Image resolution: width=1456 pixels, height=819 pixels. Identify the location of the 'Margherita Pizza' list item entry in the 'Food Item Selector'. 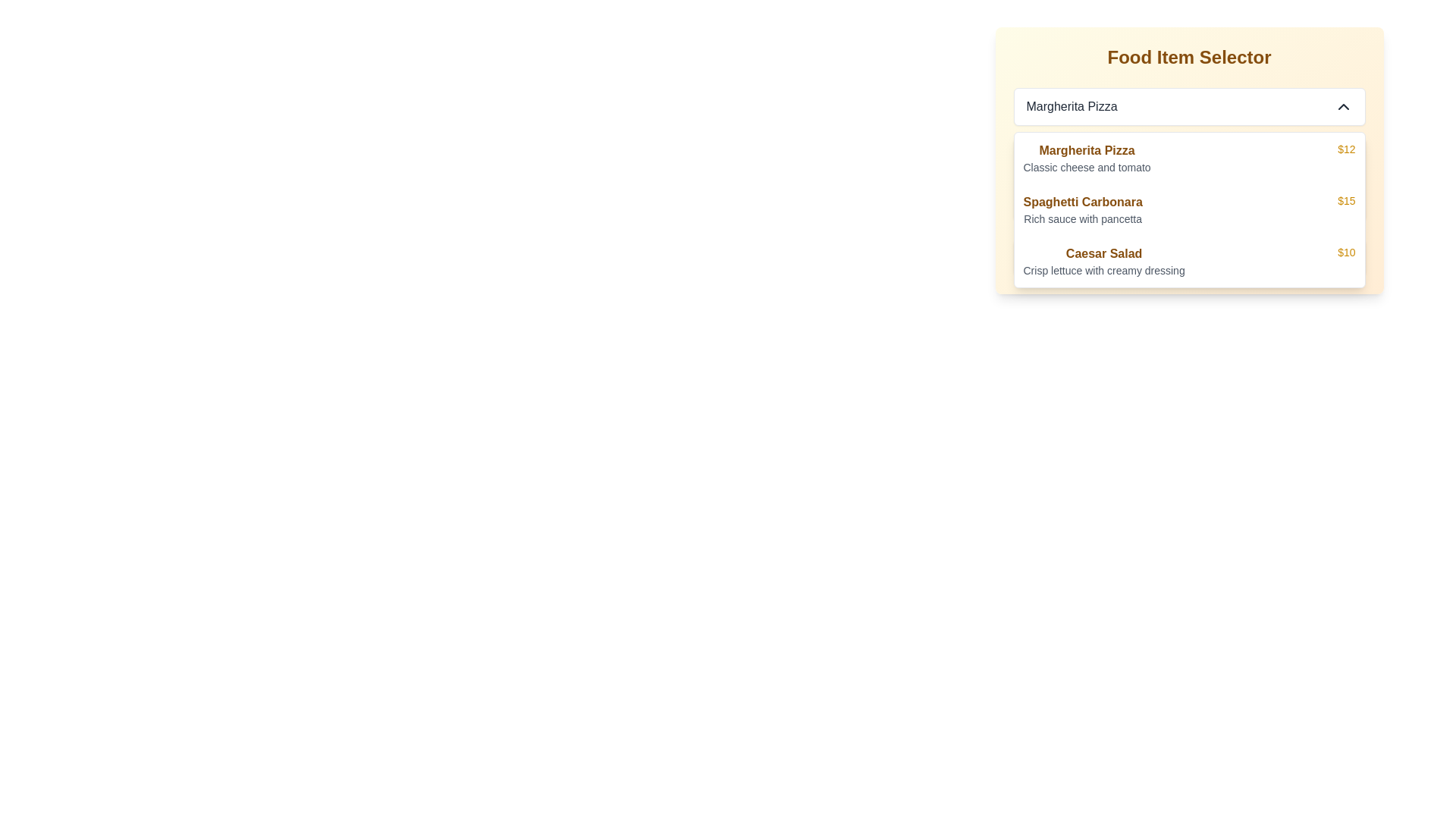
(1188, 161).